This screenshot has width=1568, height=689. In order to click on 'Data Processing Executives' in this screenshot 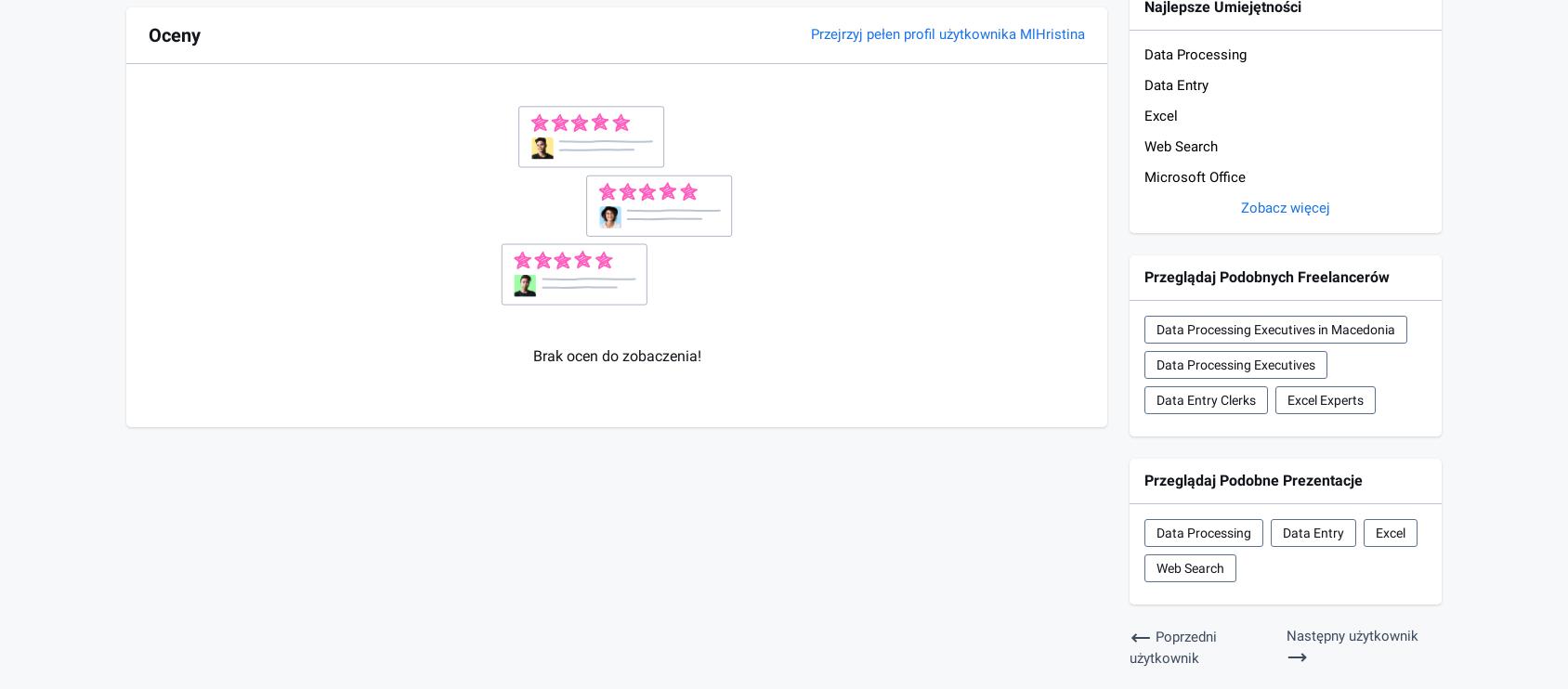, I will do `click(1156, 362)`.